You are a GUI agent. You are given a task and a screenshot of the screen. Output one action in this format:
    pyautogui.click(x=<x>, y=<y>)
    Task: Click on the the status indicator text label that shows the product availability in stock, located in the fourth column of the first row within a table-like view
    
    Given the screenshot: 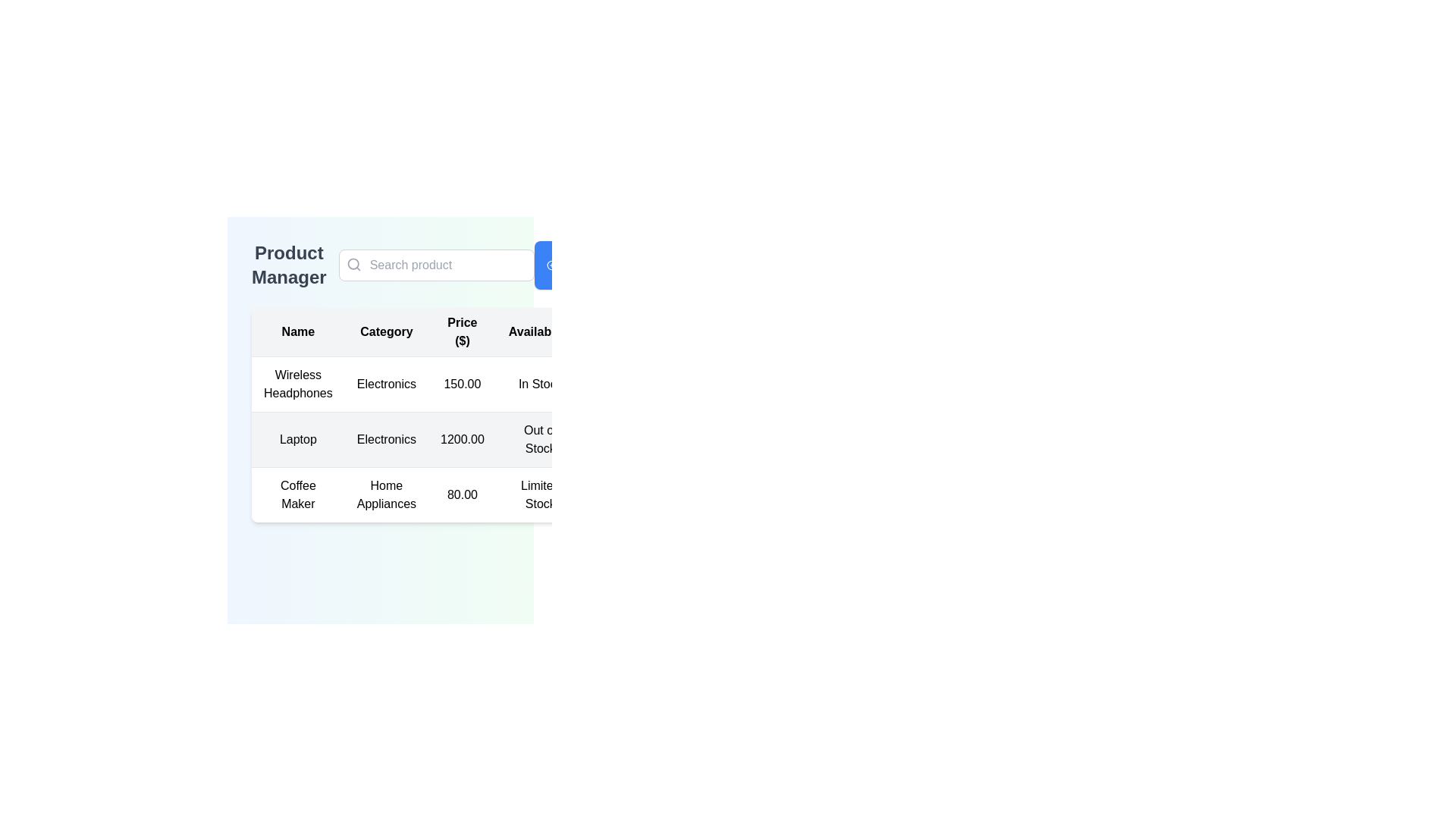 What is the action you would take?
    pyautogui.click(x=540, y=383)
    